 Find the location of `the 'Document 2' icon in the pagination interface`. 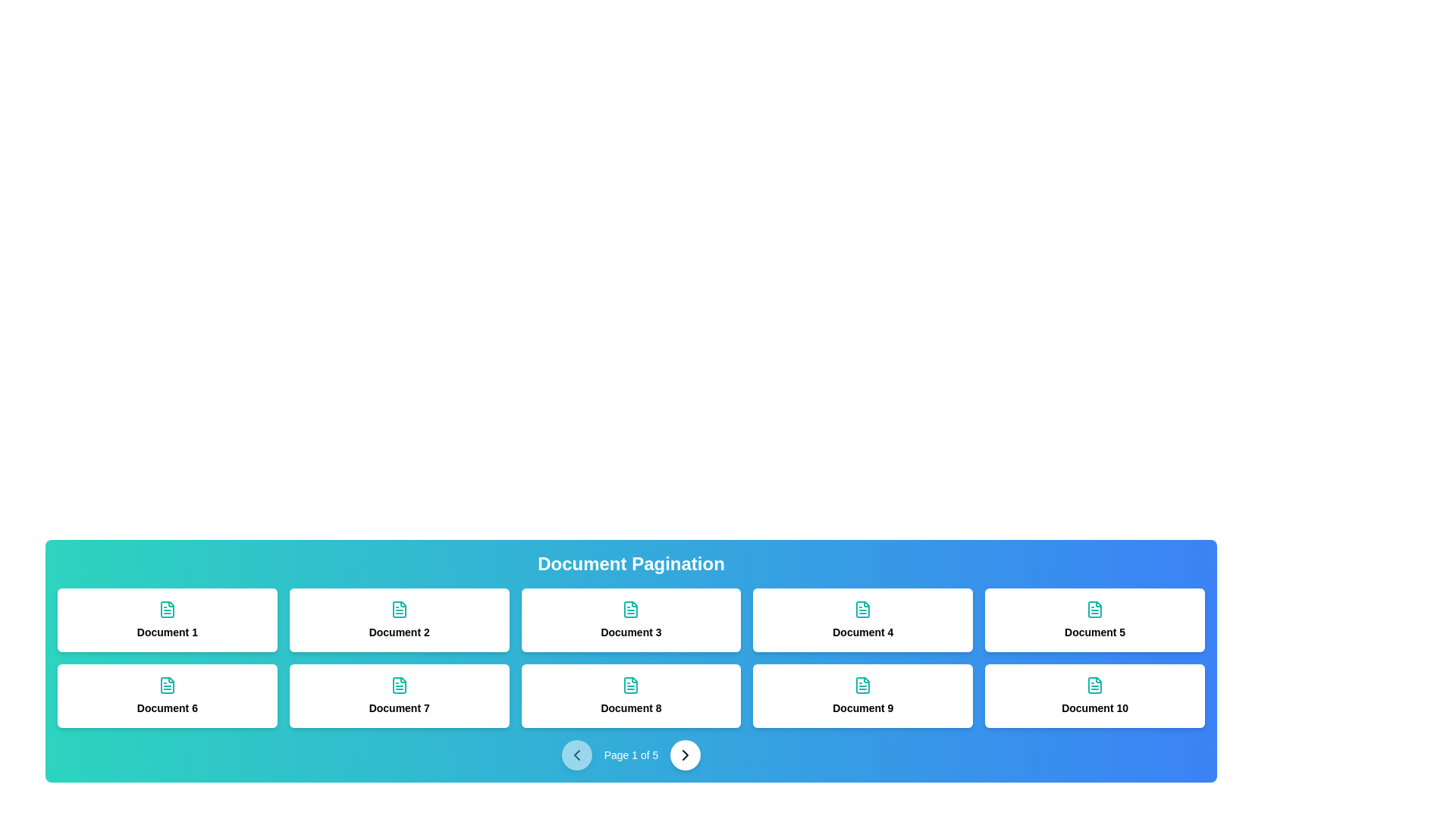

the 'Document 2' icon in the pagination interface is located at coordinates (399, 608).